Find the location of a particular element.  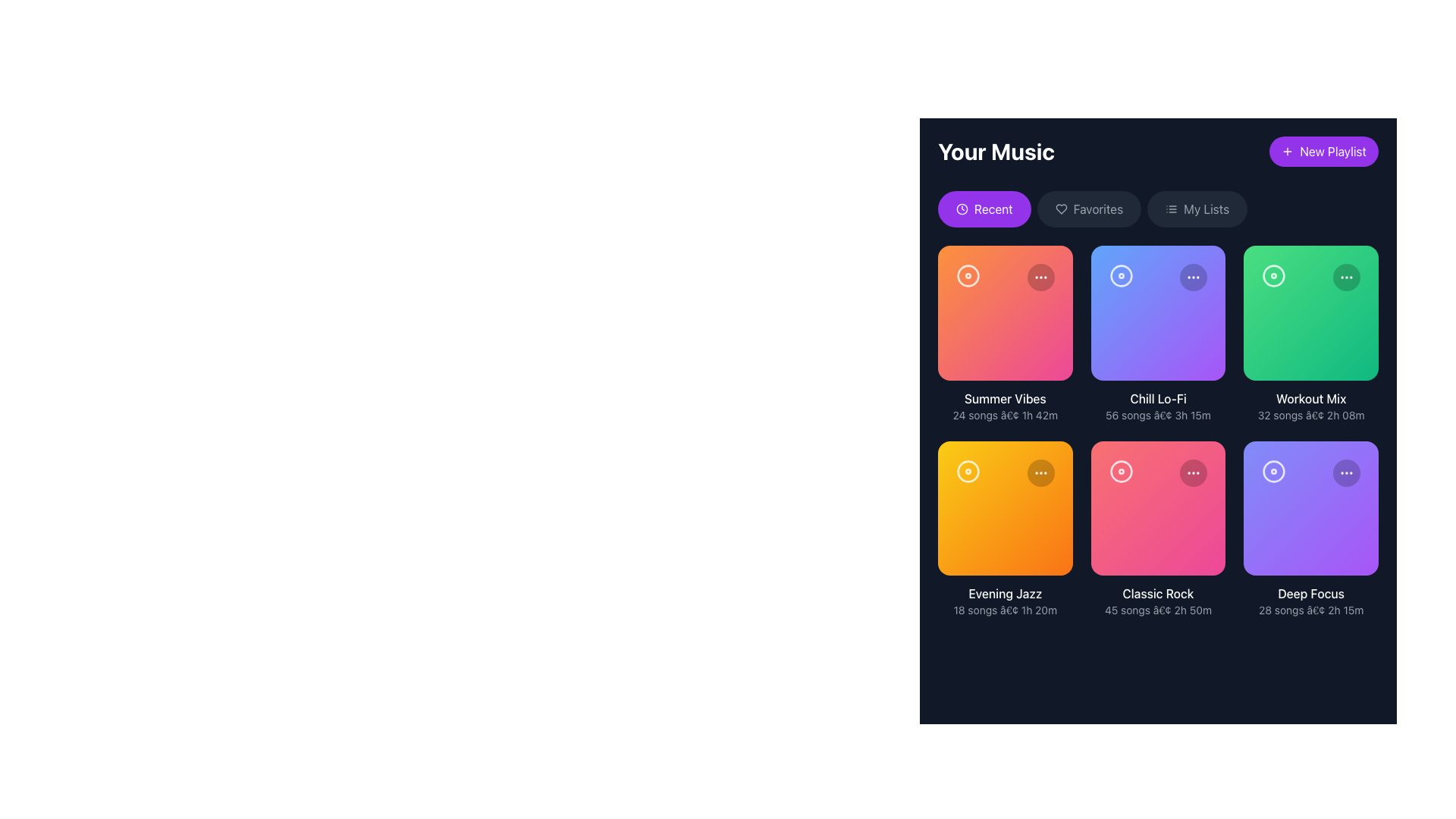

the 'Workout Mix' music playlist card located is located at coordinates (1310, 333).